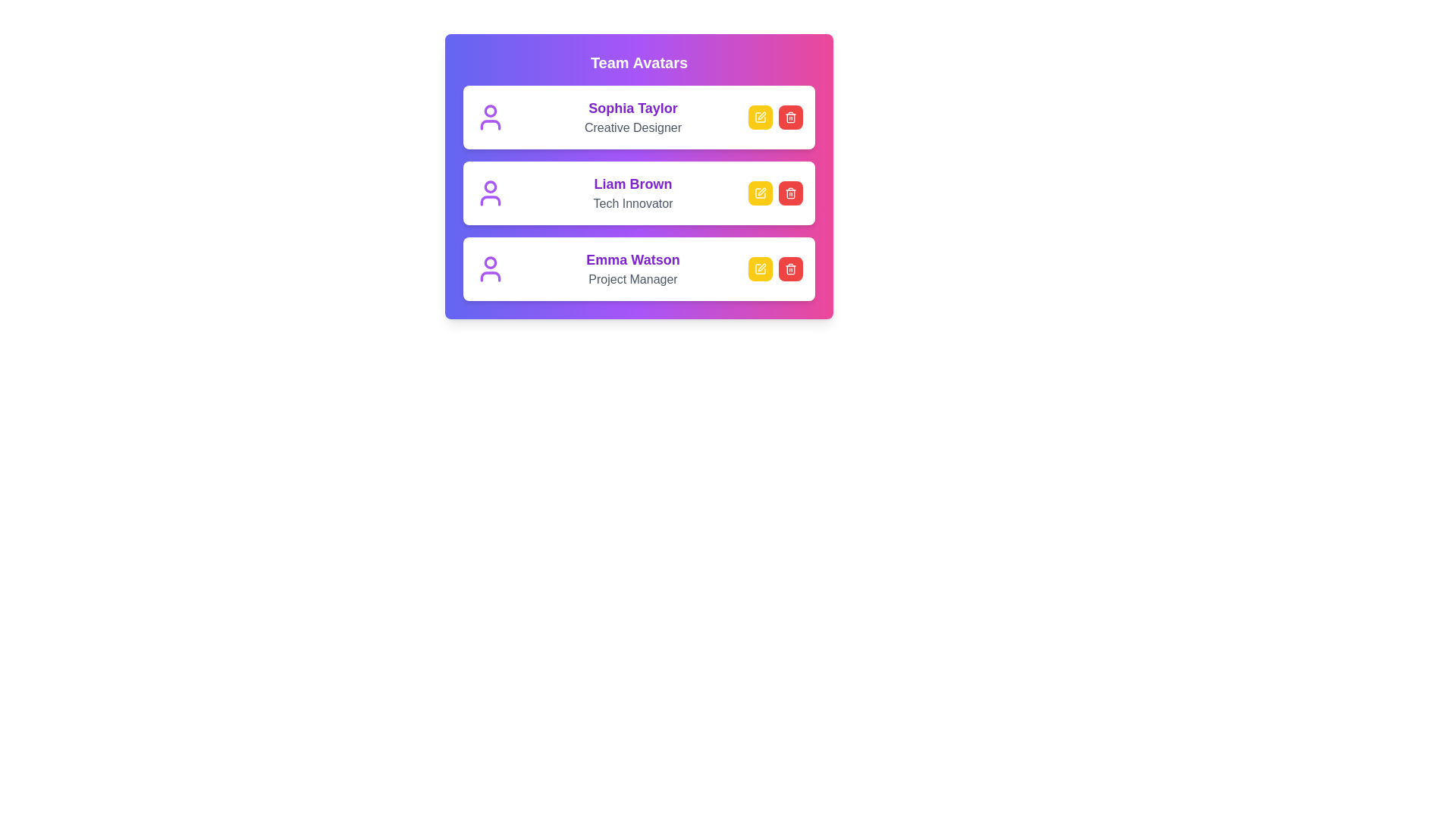 This screenshot has height=819, width=1456. Describe the element at coordinates (491, 110) in the screenshot. I see `the circular shape within the user icon representing 'Sophia Taylor' in the 'Team Avatars' list` at that location.